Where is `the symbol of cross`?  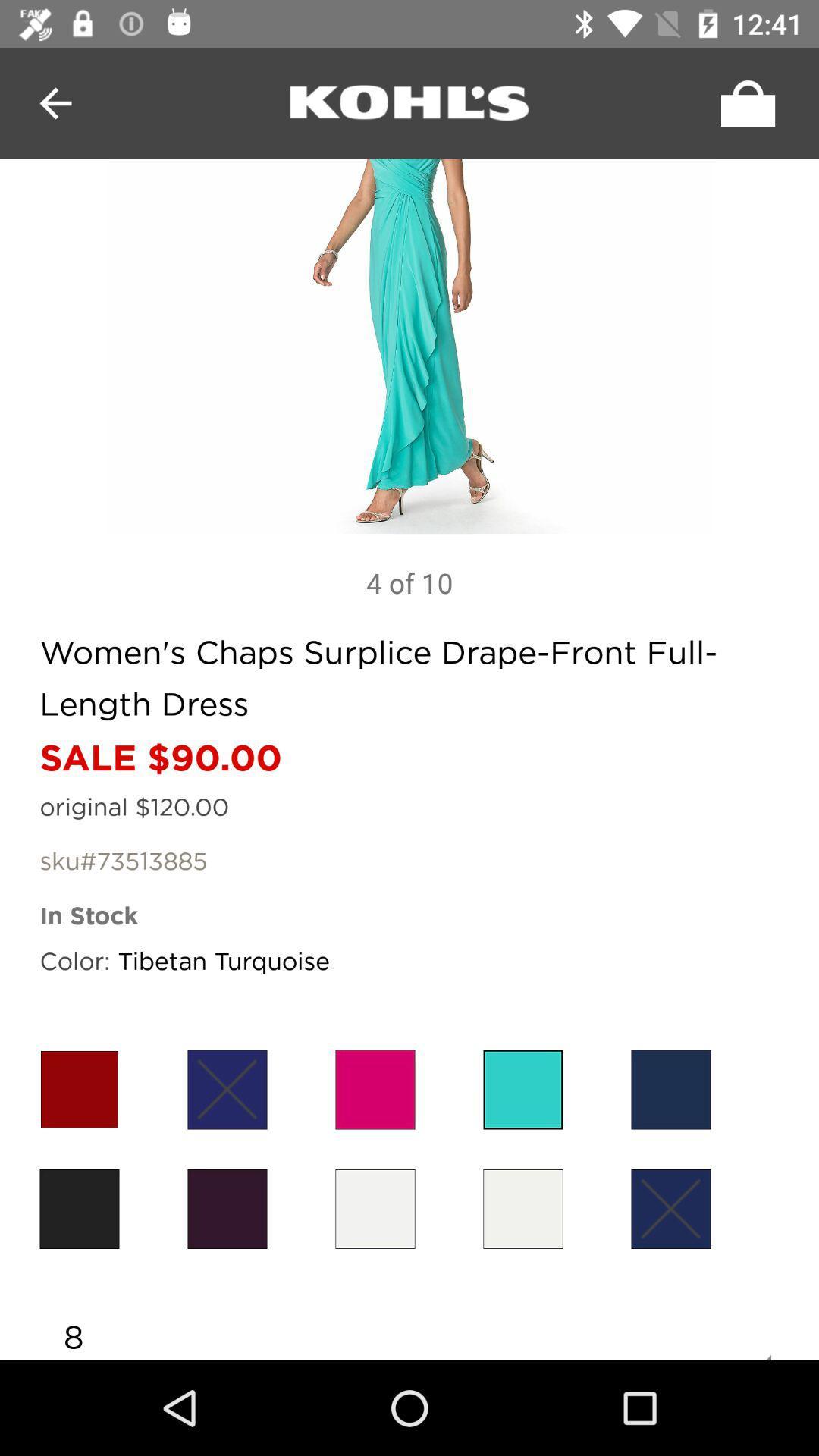
the symbol of cross is located at coordinates (227, 1088).